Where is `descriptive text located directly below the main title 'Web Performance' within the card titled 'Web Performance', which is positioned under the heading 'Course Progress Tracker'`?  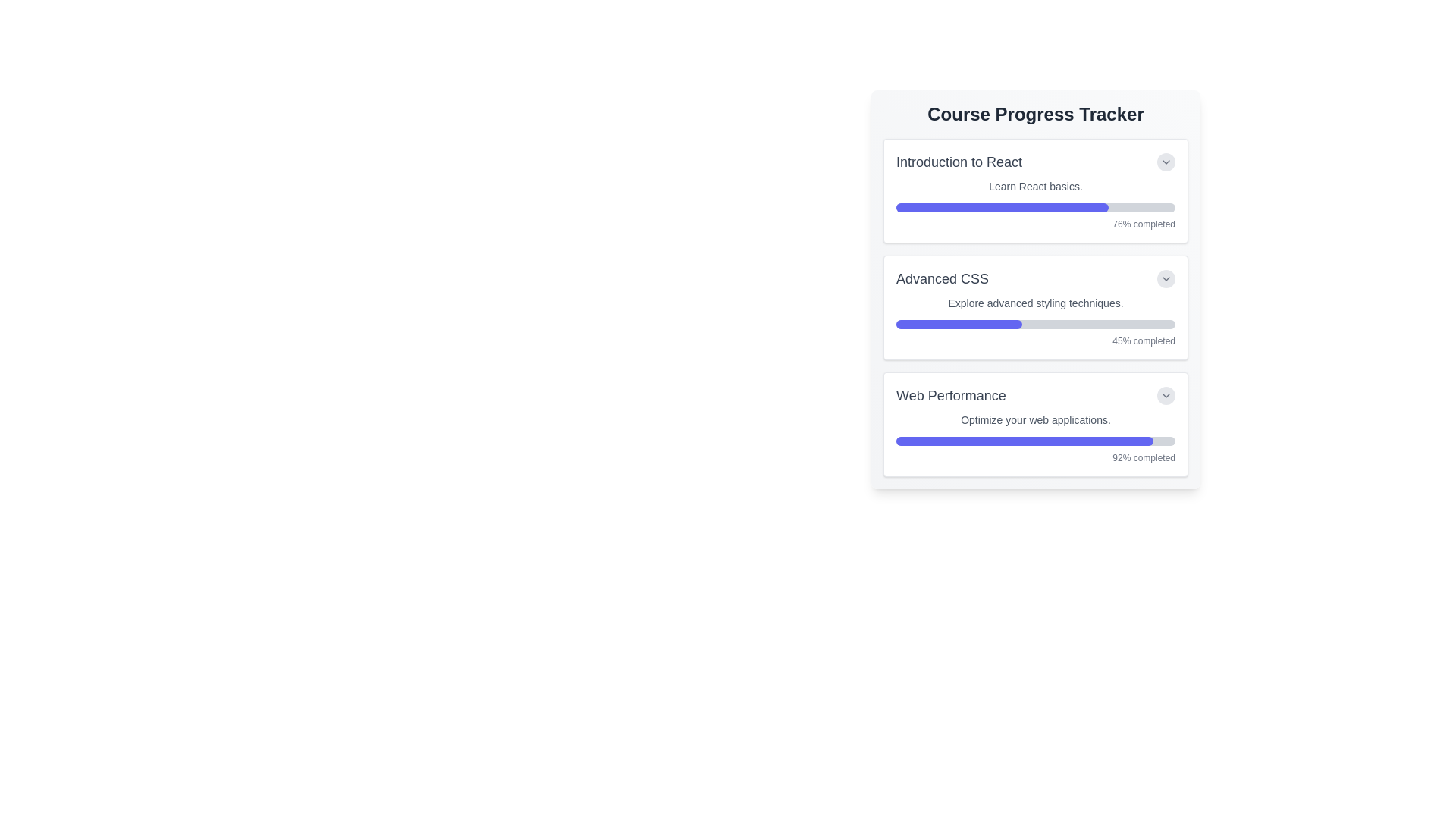
descriptive text located directly below the main title 'Web Performance' within the card titled 'Web Performance', which is positioned under the heading 'Course Progress Tracker' is located at coordinates (1035, 420).